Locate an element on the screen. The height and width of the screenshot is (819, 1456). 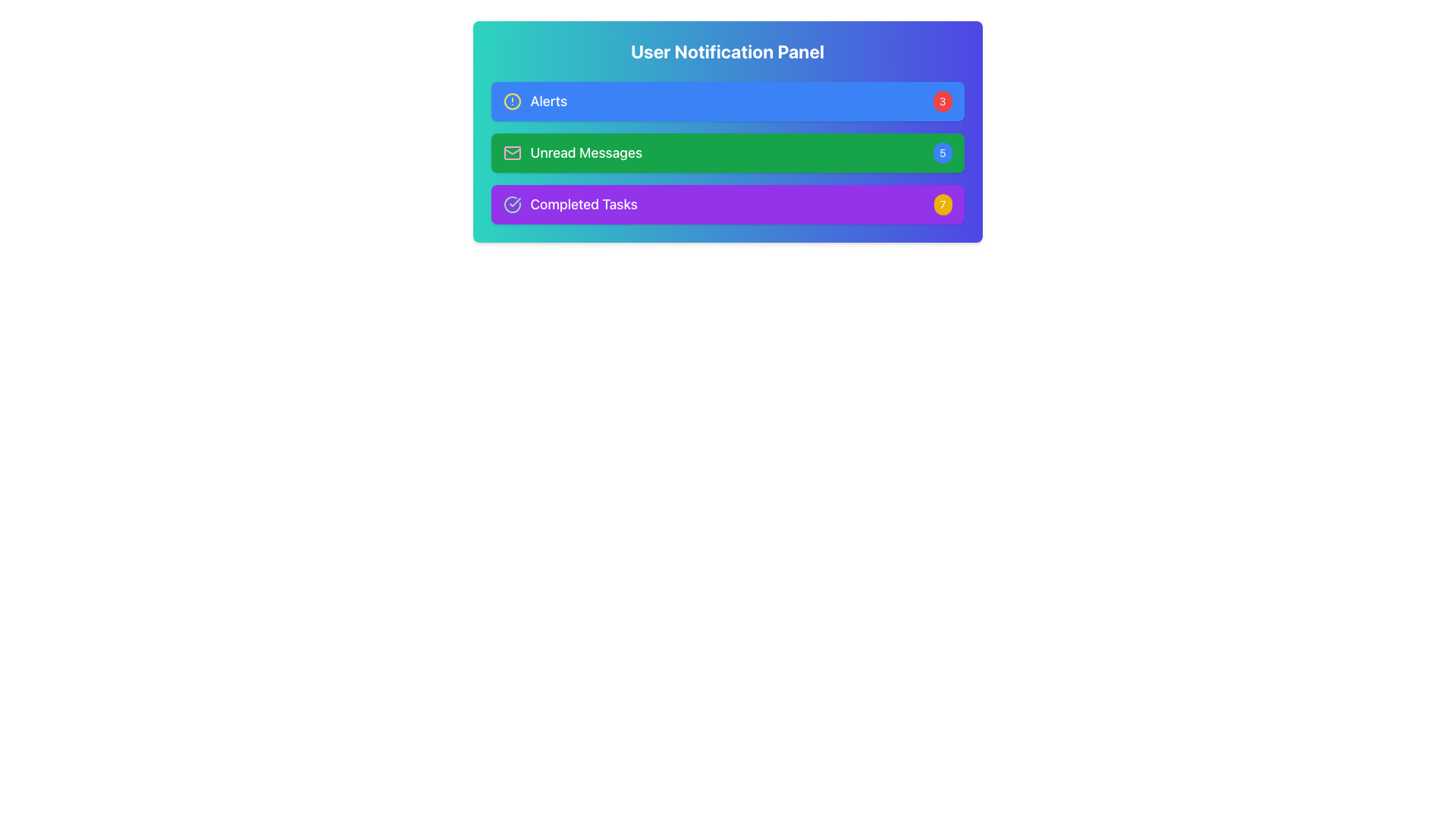
the 'Completed Tasks' button that displays a count of 7 to use it as a link if it is interactive is located at coordinates (726, 205).